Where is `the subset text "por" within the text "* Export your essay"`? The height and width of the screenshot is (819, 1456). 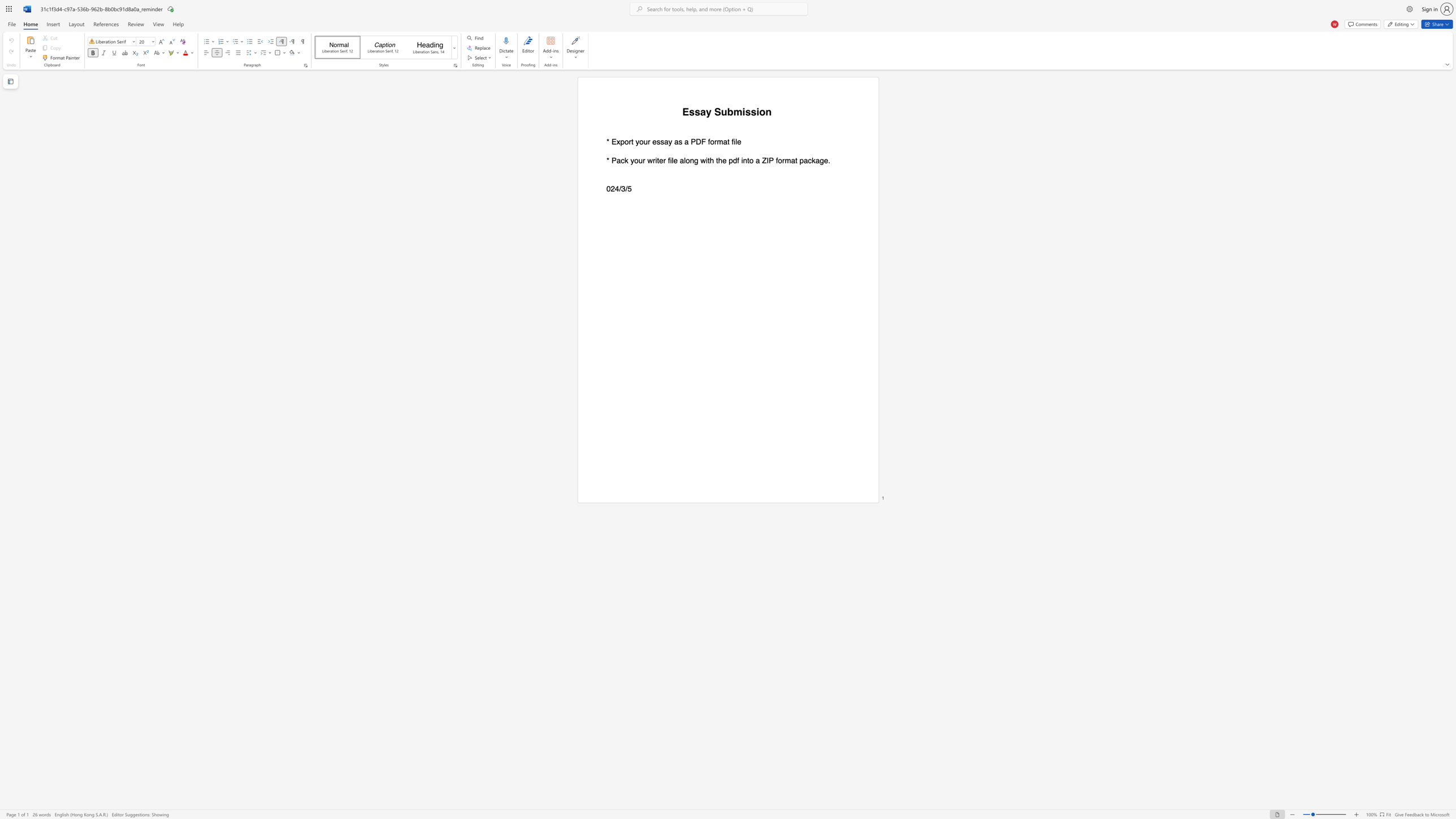 the subset text "por" within the text "* Export your essay" is located at coordinates (620, 142).